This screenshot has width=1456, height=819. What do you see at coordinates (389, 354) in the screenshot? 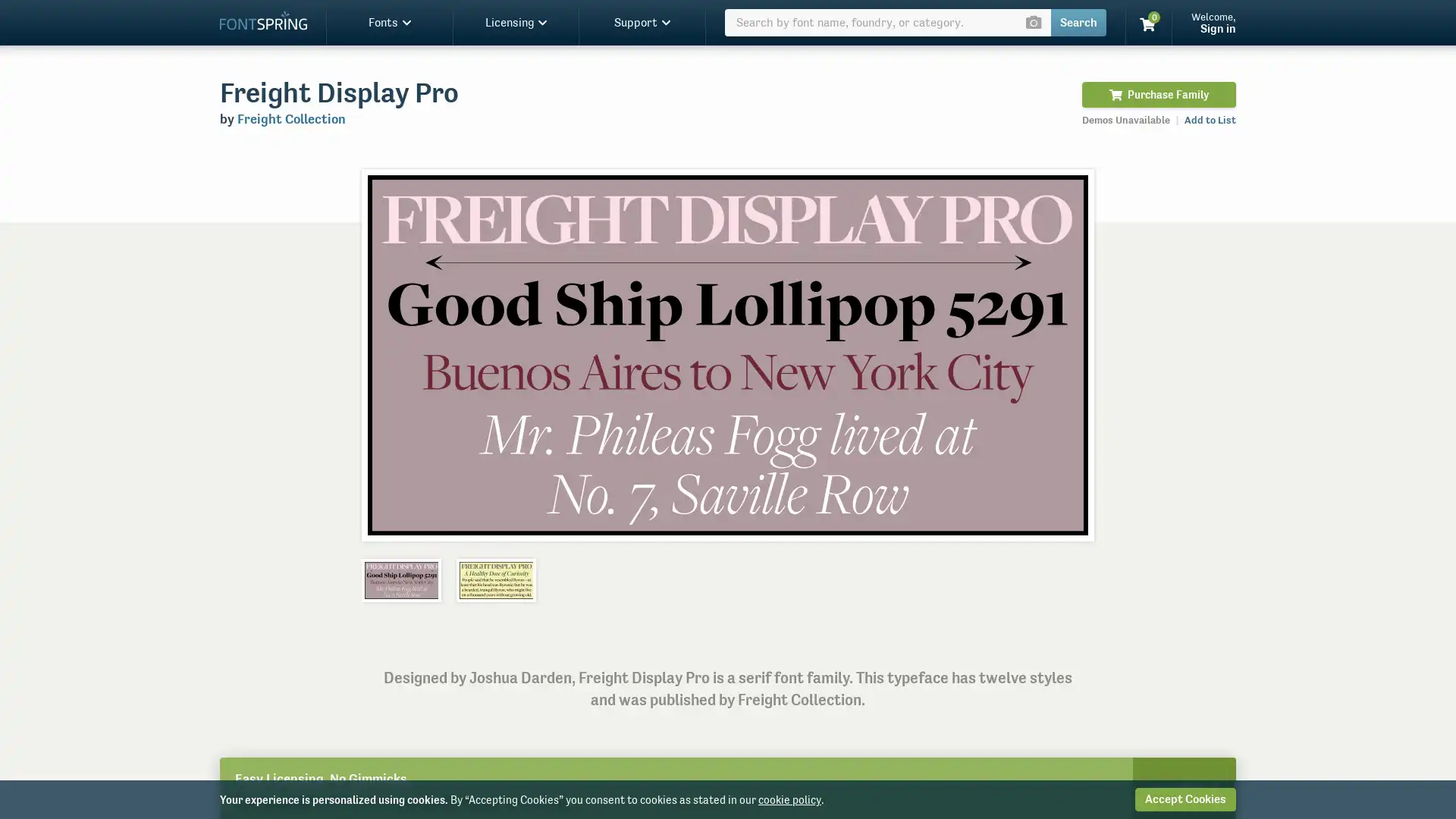
I see `Previous slide` at bounding box center [389, 354].